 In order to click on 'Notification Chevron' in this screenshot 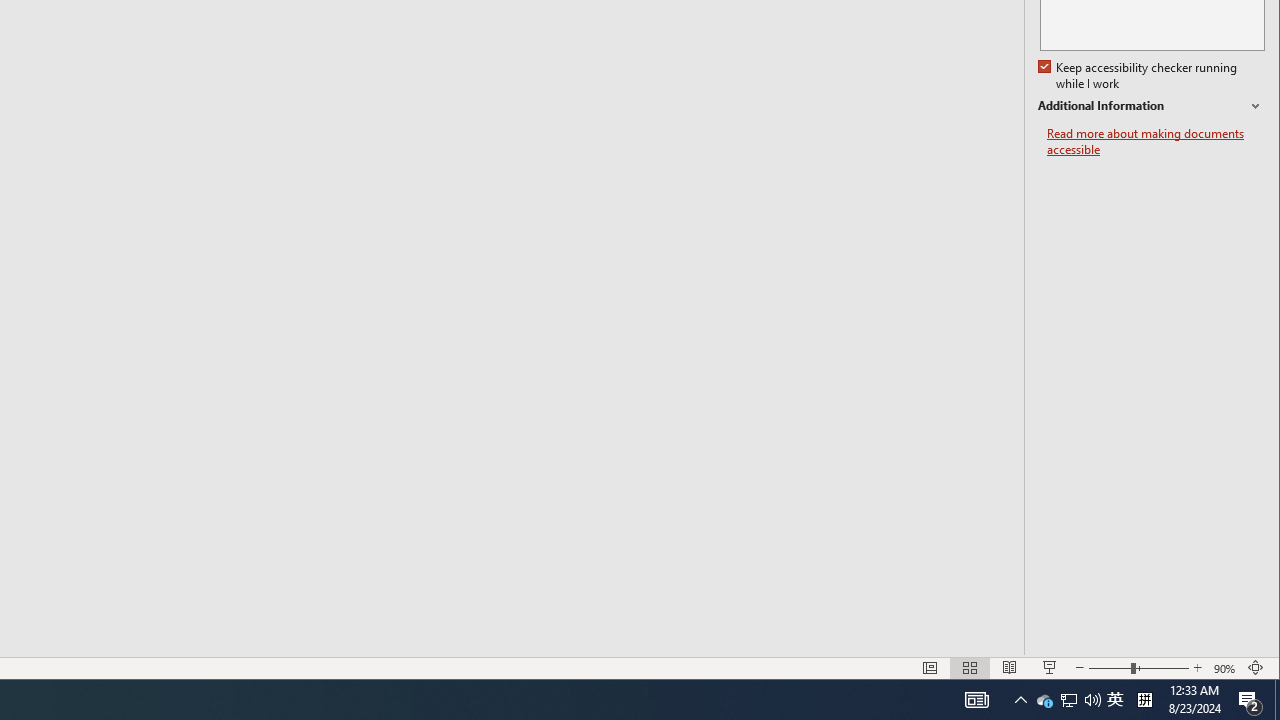, I will do `click(1020, 698)`.